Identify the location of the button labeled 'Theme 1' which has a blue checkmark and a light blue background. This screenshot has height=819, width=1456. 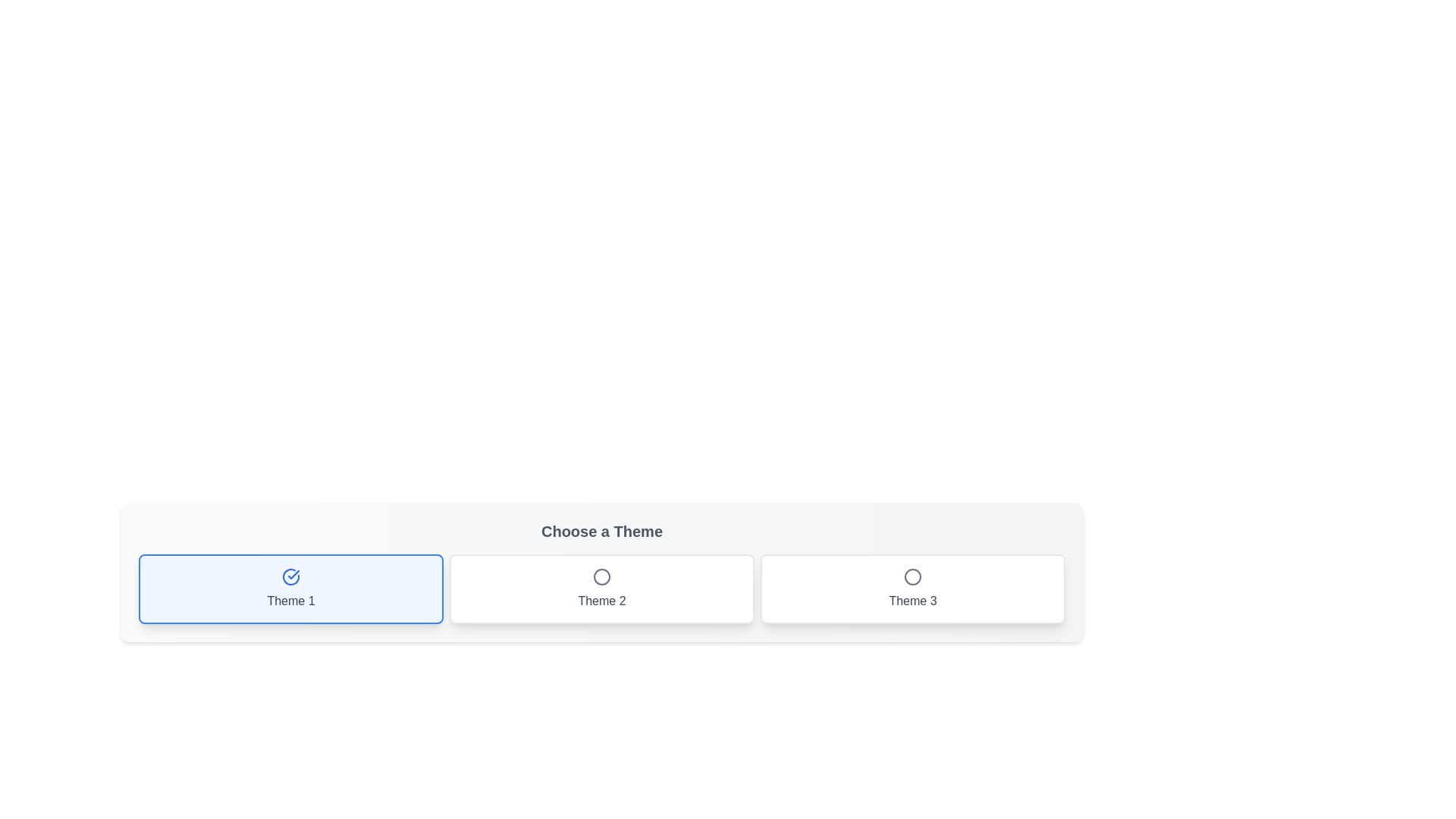
(291, 588).